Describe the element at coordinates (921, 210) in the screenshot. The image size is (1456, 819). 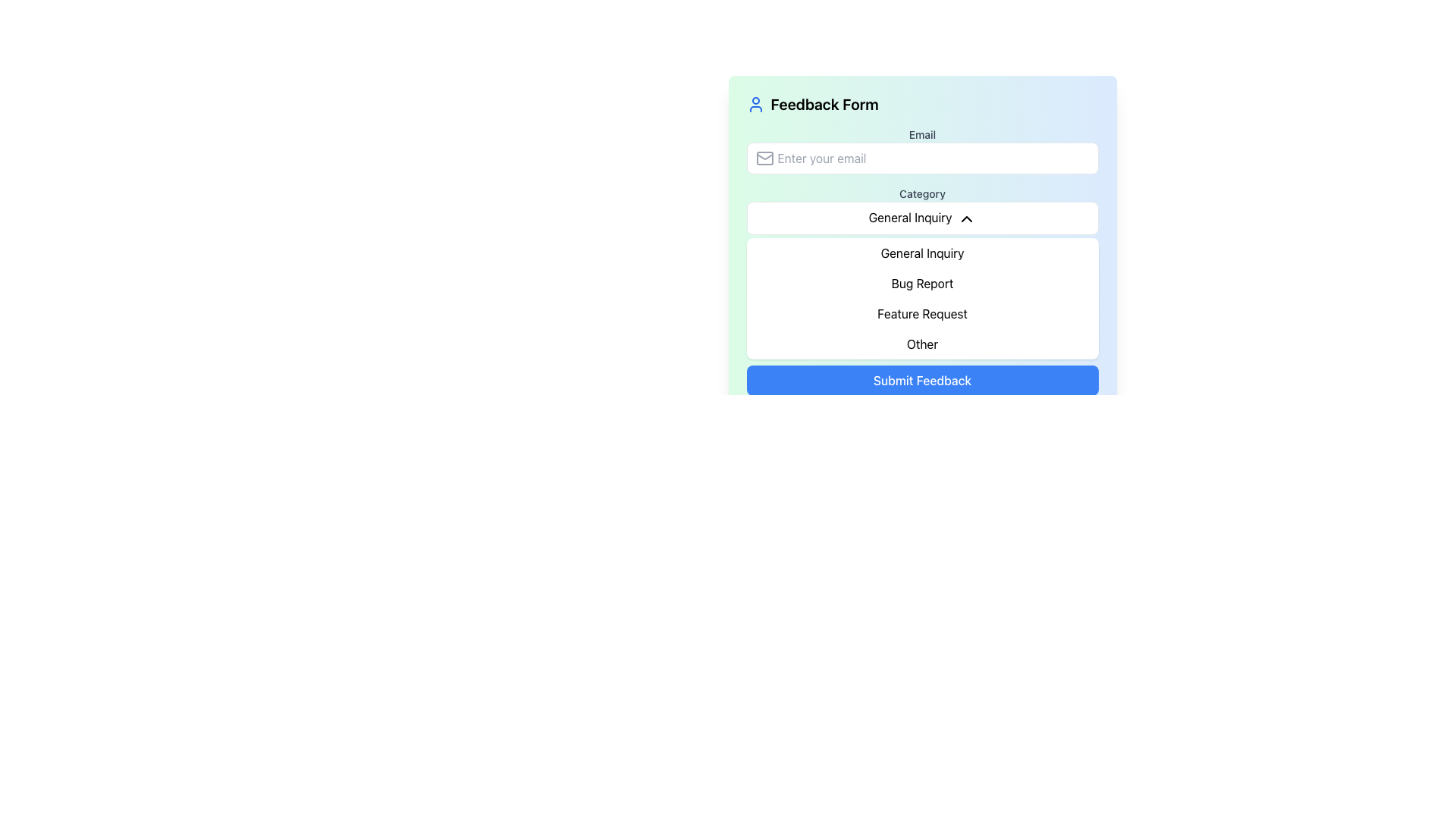
I see `the dropdown menu for selecting a category in the Feedback Form, located below the Email input field` at that location.